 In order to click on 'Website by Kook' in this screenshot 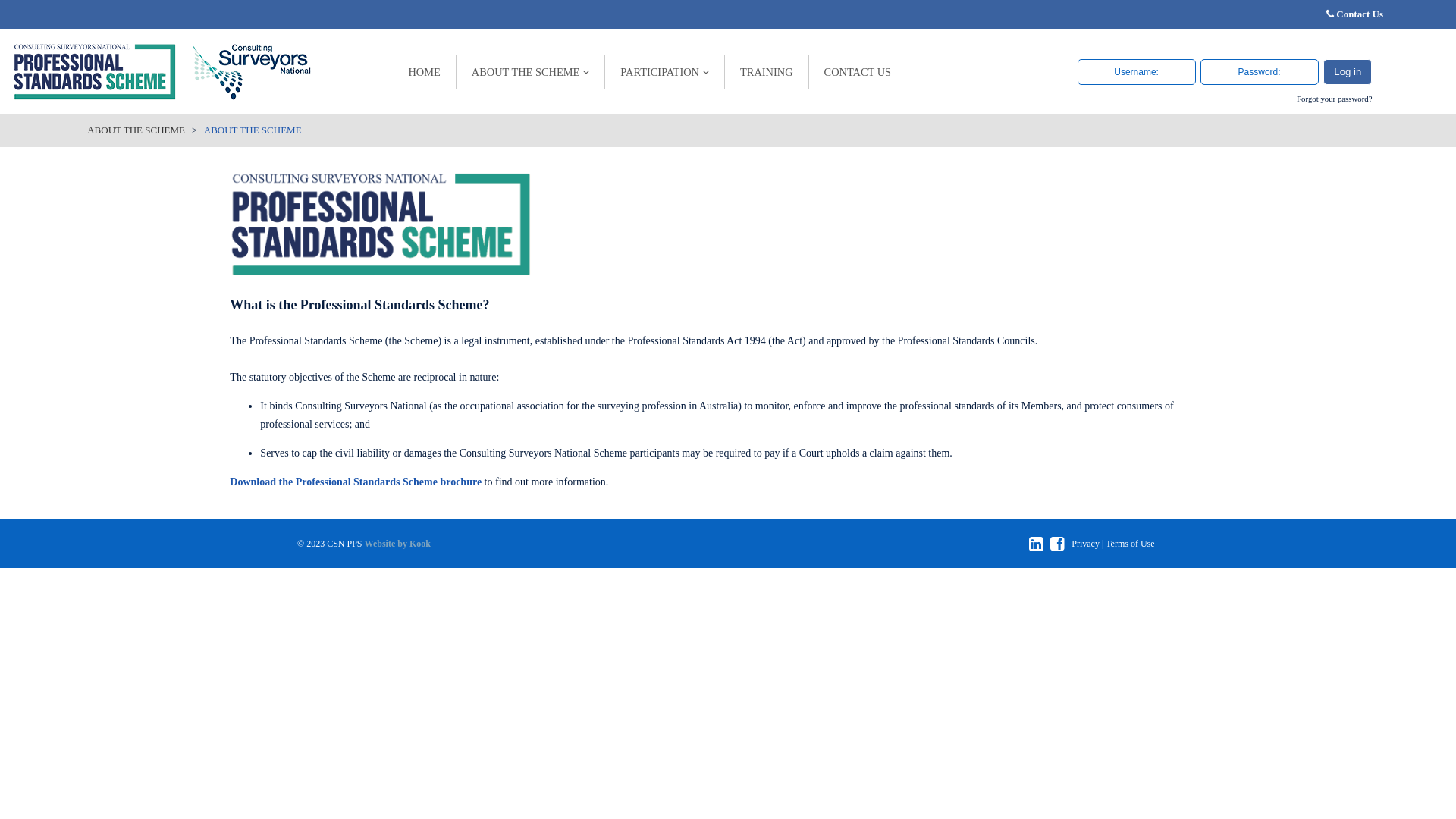, I will do `click(397, 543)`.